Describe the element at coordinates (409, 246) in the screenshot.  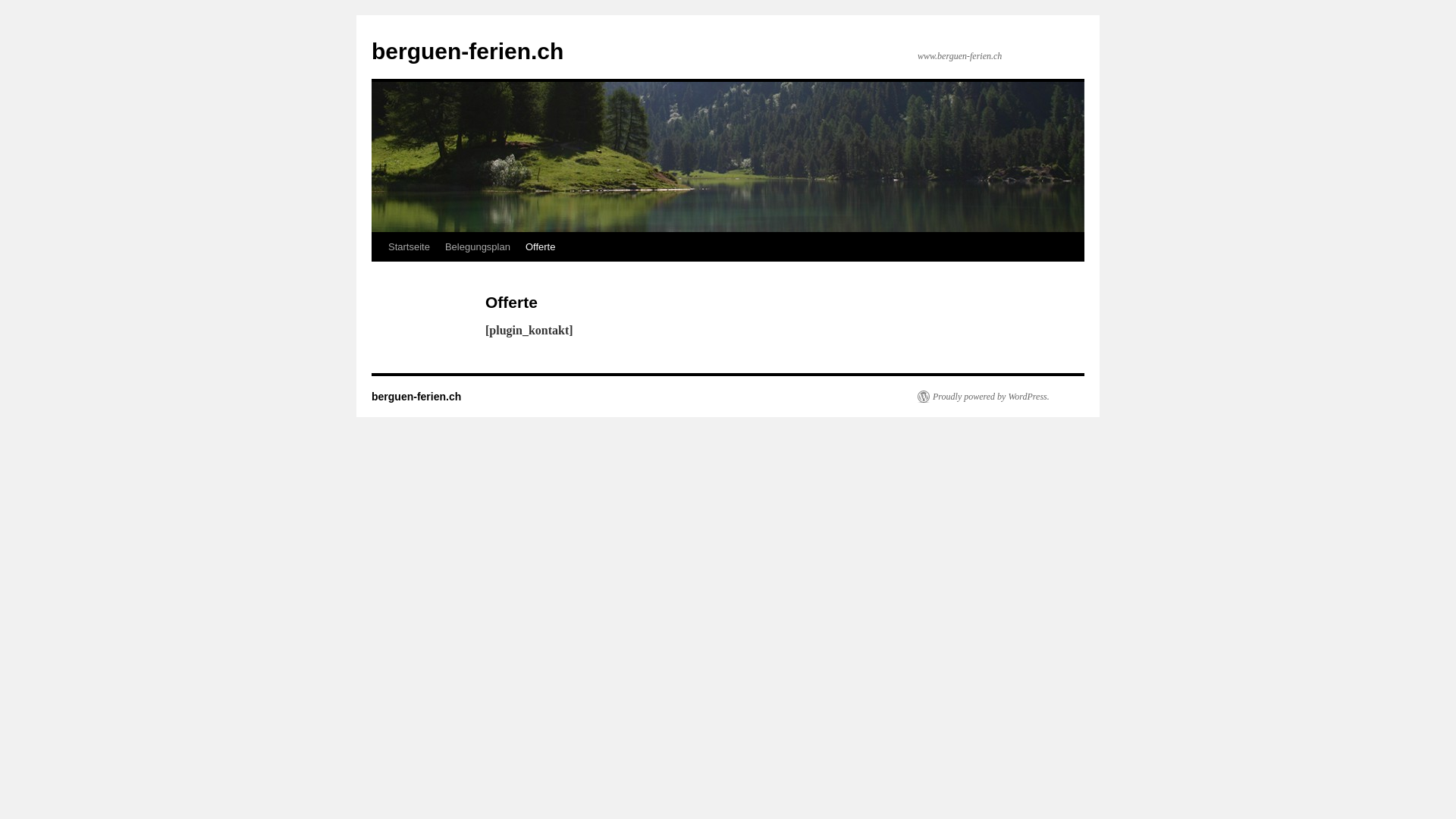
I see `'Startseite'` at that location.